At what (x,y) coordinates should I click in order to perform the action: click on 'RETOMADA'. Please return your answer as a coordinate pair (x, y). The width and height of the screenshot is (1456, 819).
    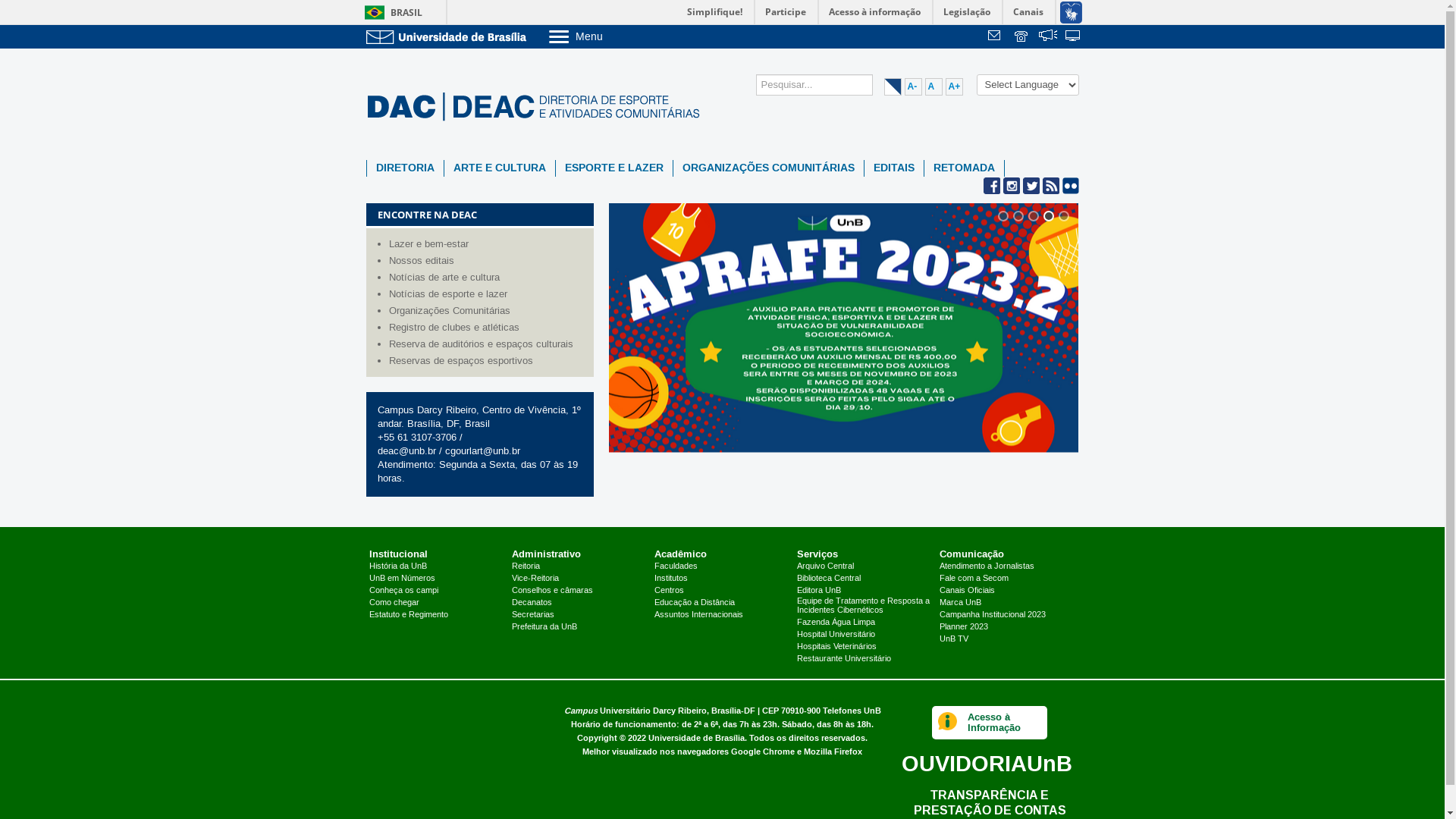
    Looking at the image, I should click on (962, 168).